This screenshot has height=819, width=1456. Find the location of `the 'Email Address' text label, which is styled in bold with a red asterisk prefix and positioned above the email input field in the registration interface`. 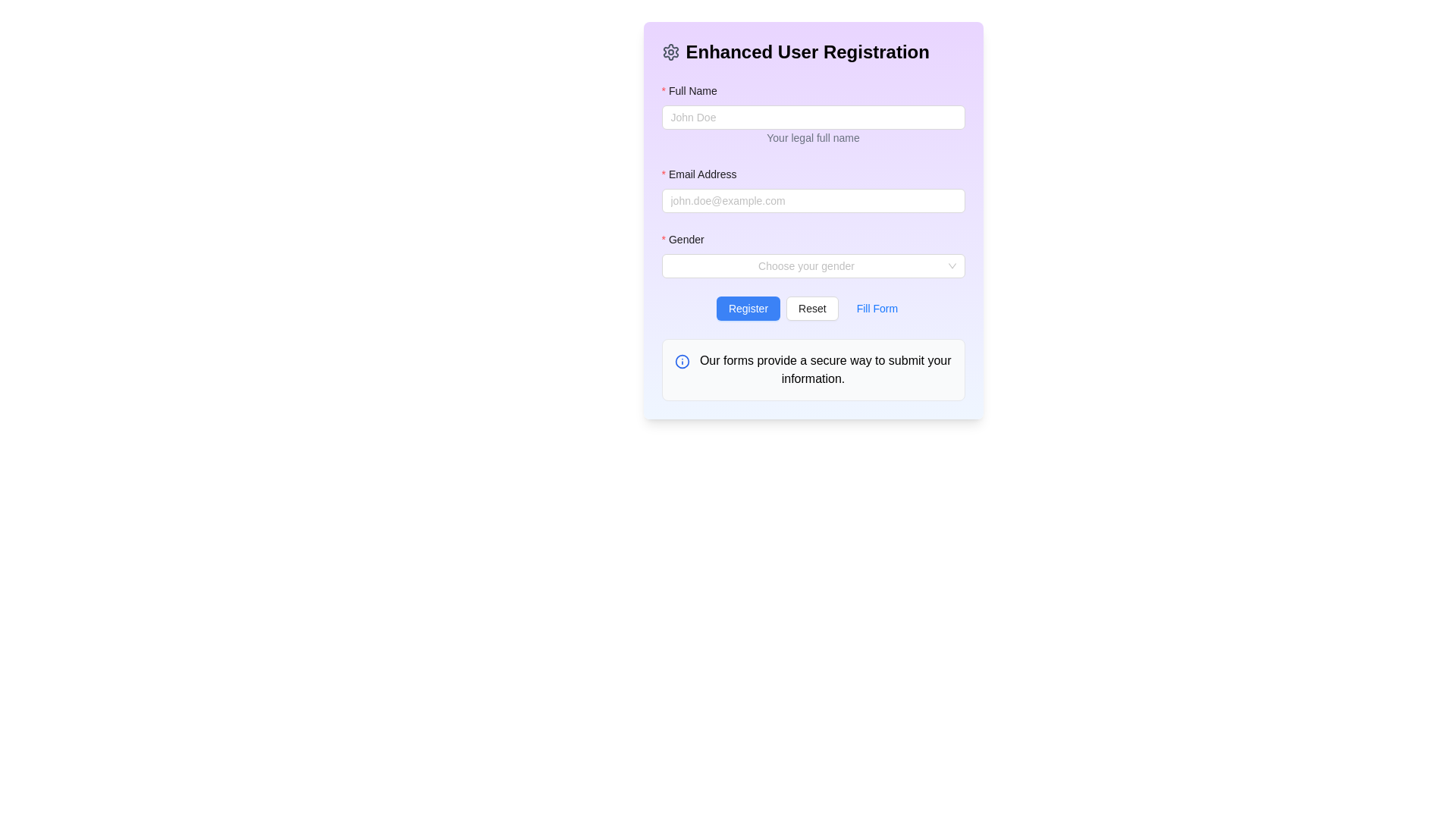

the 'Email Address' text label, which is styled in bold with a red asterisk prefix and positioned above the email input field in the registration interface is located at coordinates (703, 174).